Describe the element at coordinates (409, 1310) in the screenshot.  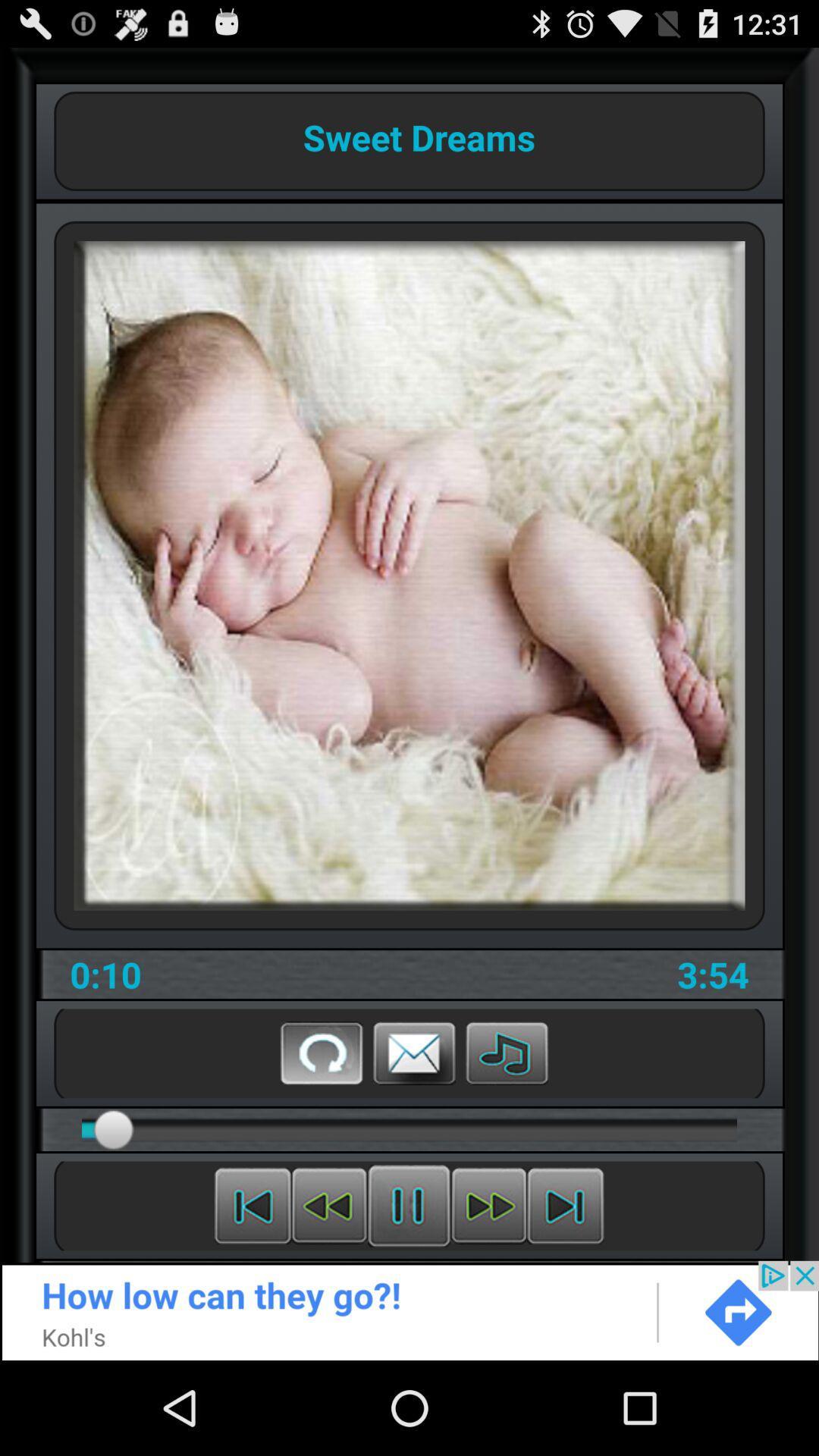
I see `advertisement button` at that location.